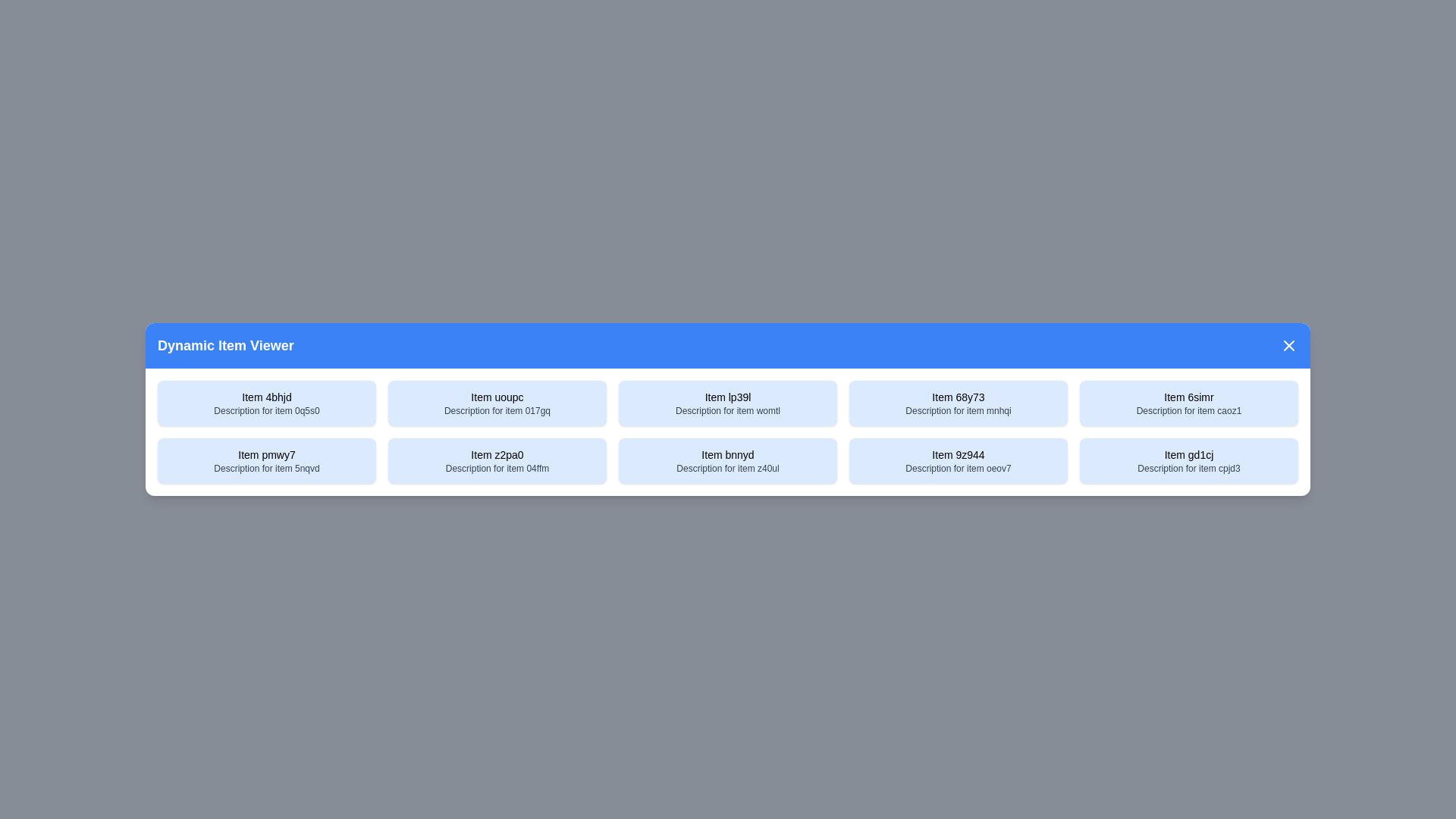  What do you see at coordinates (266, 460) in the screenshot?
I see `the item with title Item pmwy7 to select it` at bounding box center [266, 460].